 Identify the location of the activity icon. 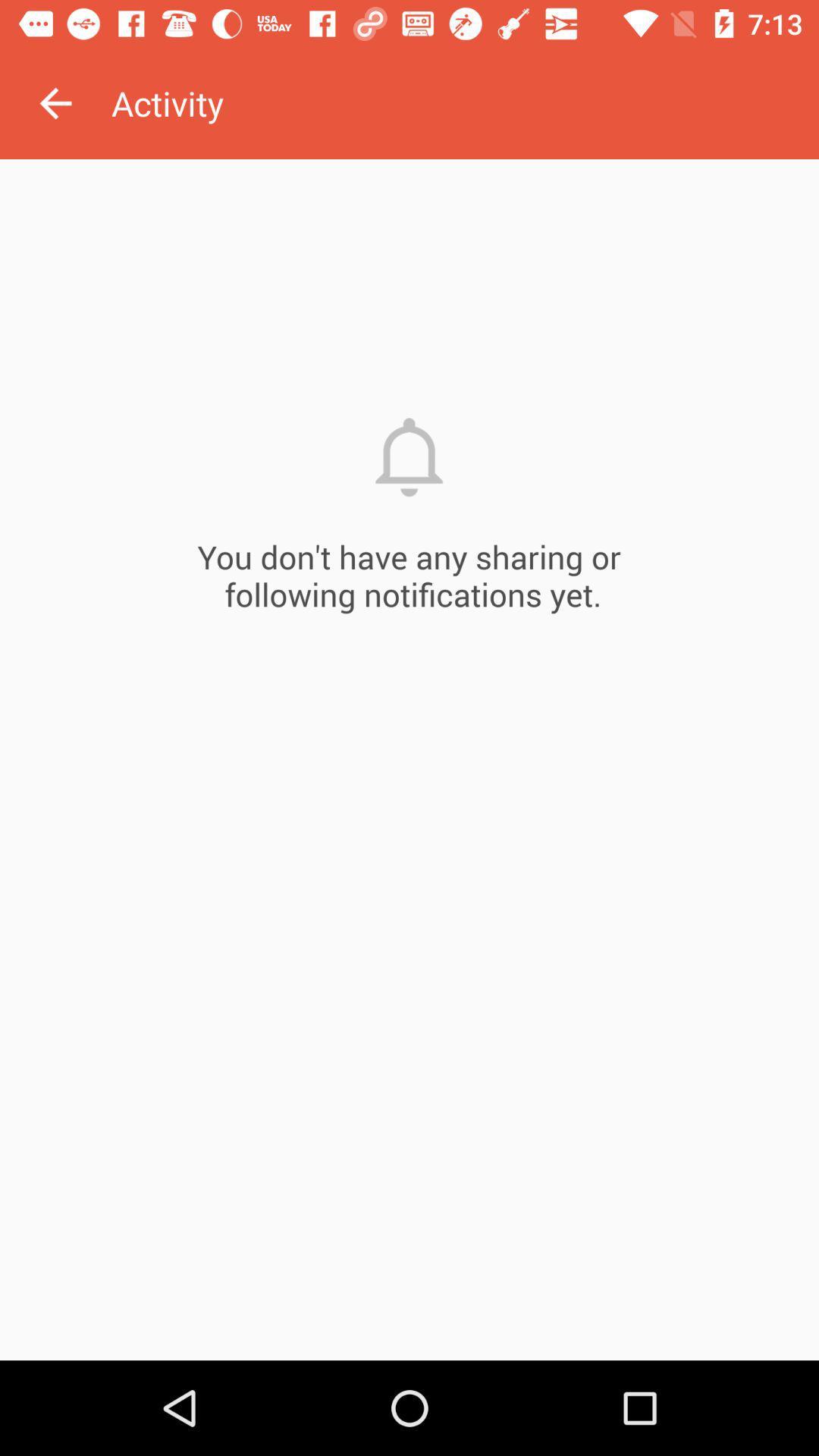
(464, 102).